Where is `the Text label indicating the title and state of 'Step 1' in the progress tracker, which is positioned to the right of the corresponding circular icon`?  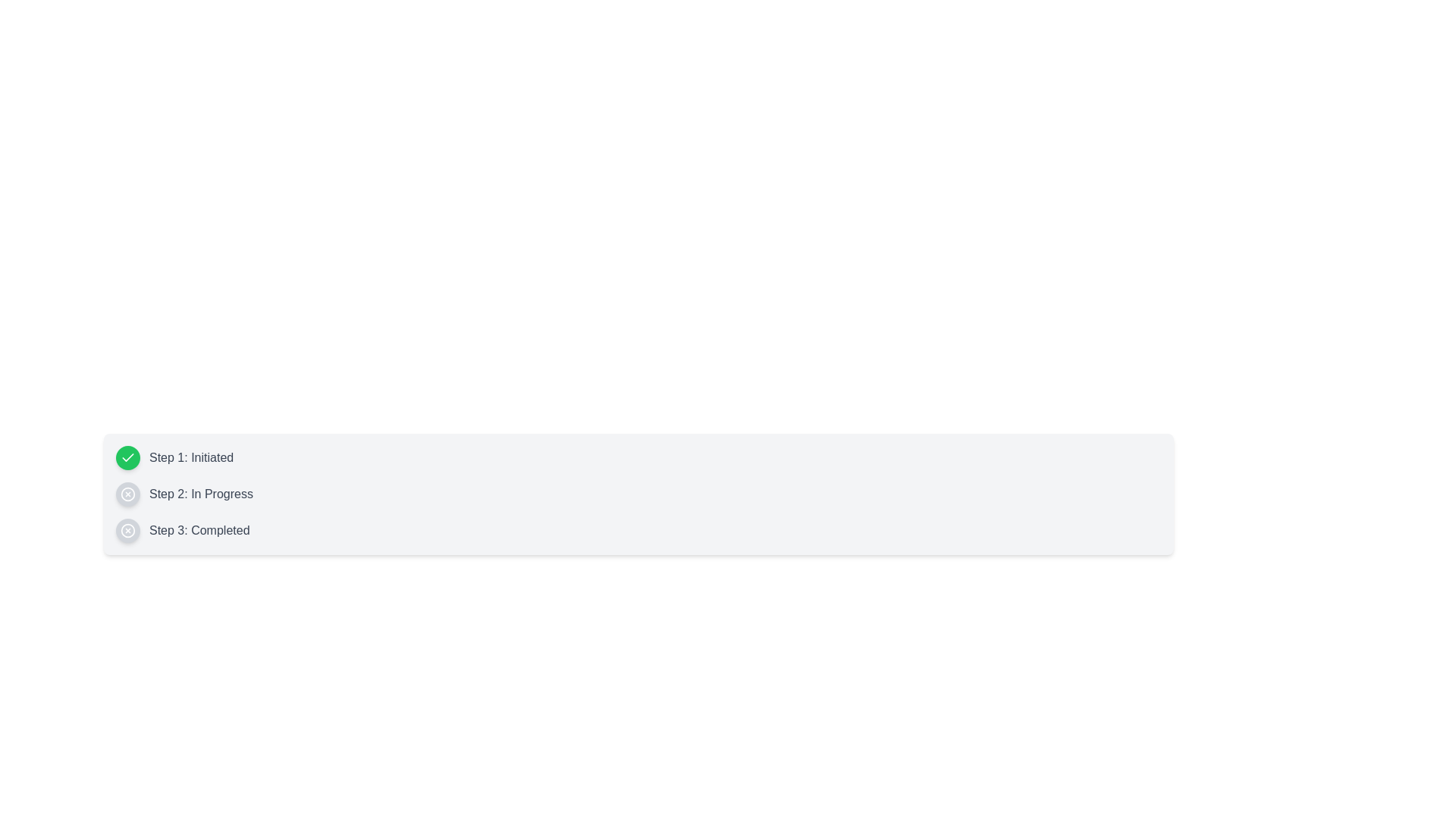 the Text label indicating the title and state of 'Step 1' in the progress tracker, which is positioned to the right of the corresponding circular icon is located at coordinates (190, 457).